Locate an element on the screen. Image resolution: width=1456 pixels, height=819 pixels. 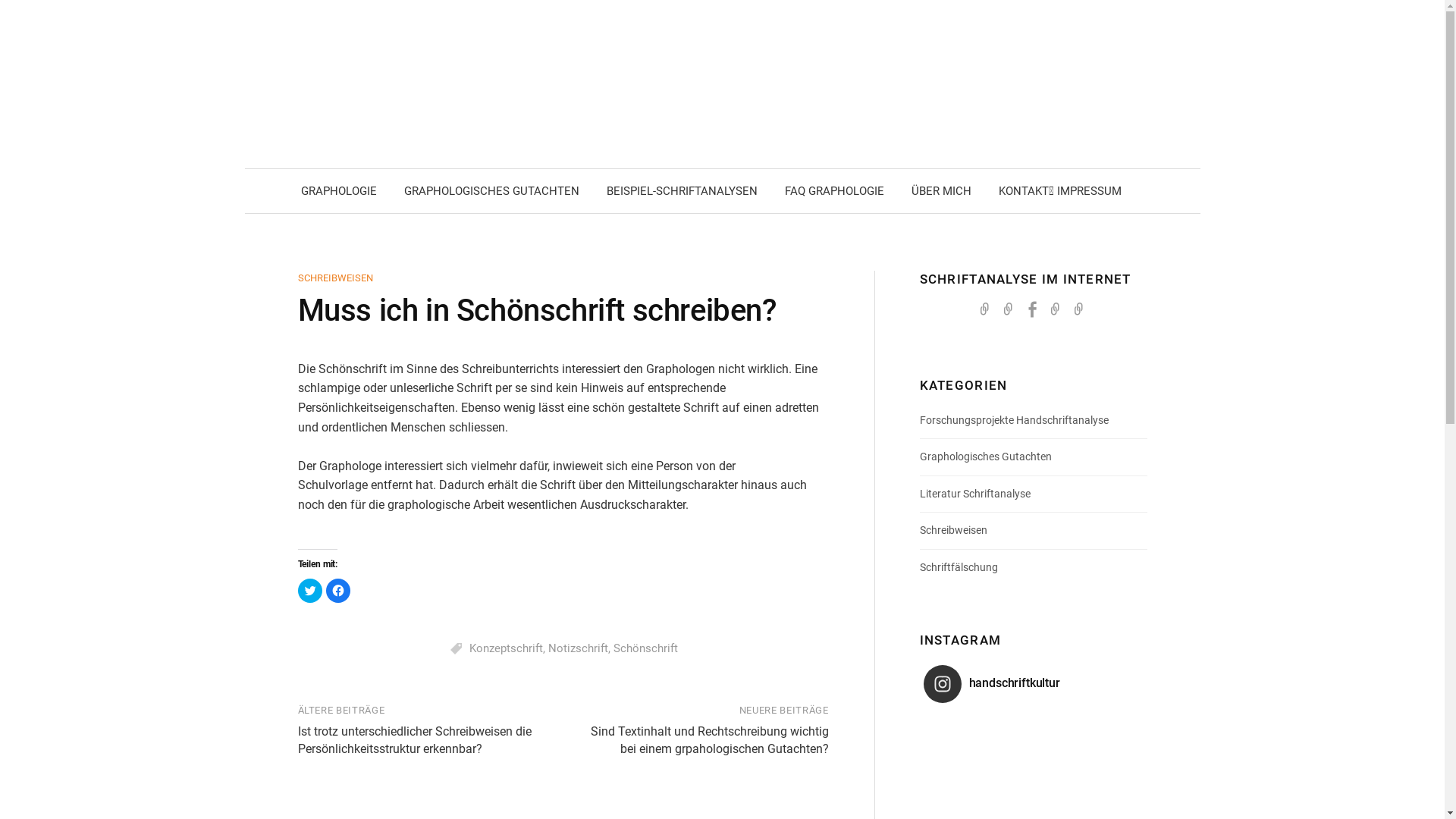
'handschriftkultur' is located at coordinates (1011, 684).